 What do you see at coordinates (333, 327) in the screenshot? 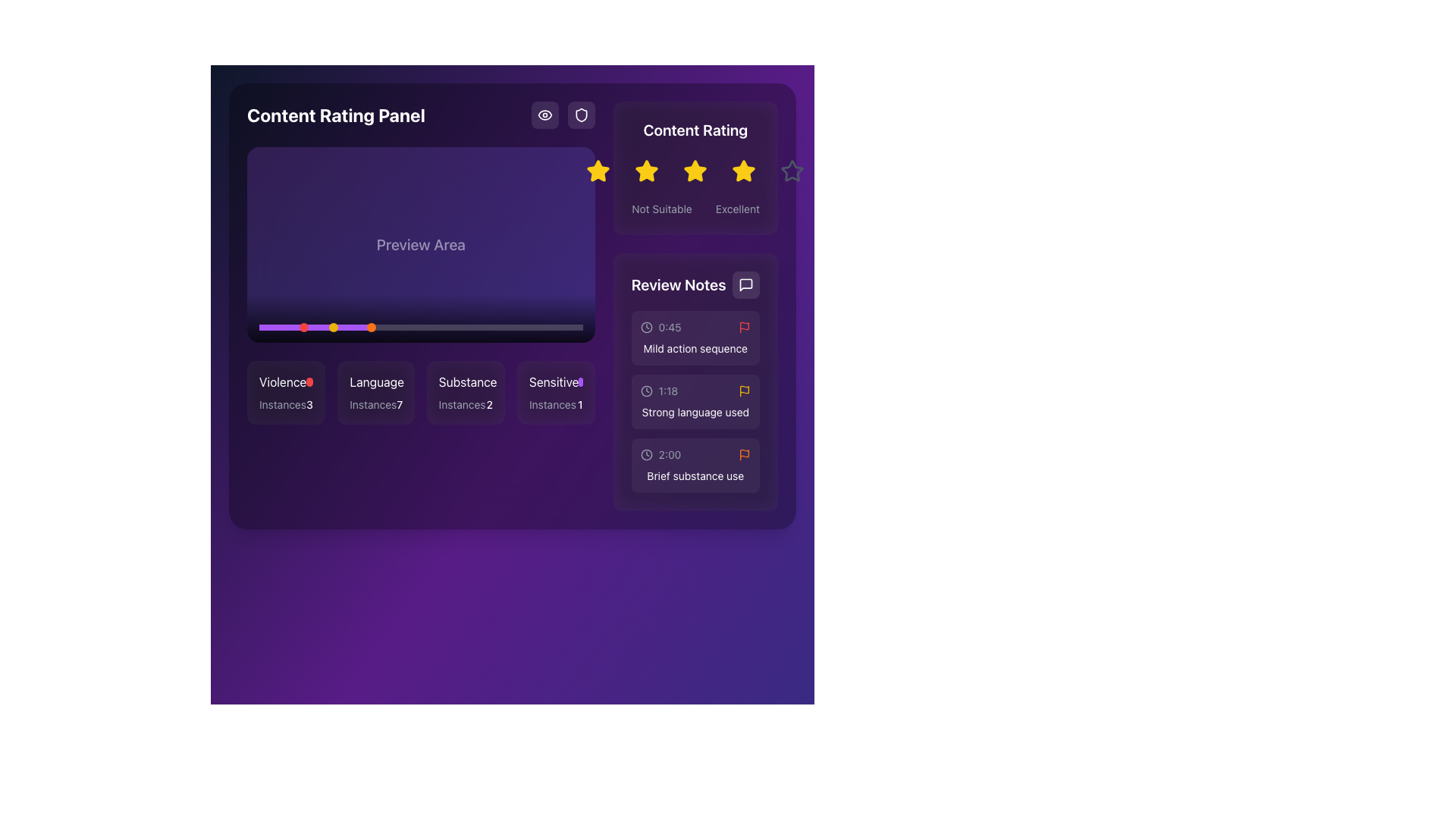
I see `the second marker labeled 'Strong language used' on the timeline, which is located near the left end of the progress bar` at bounding box center [333, 327].